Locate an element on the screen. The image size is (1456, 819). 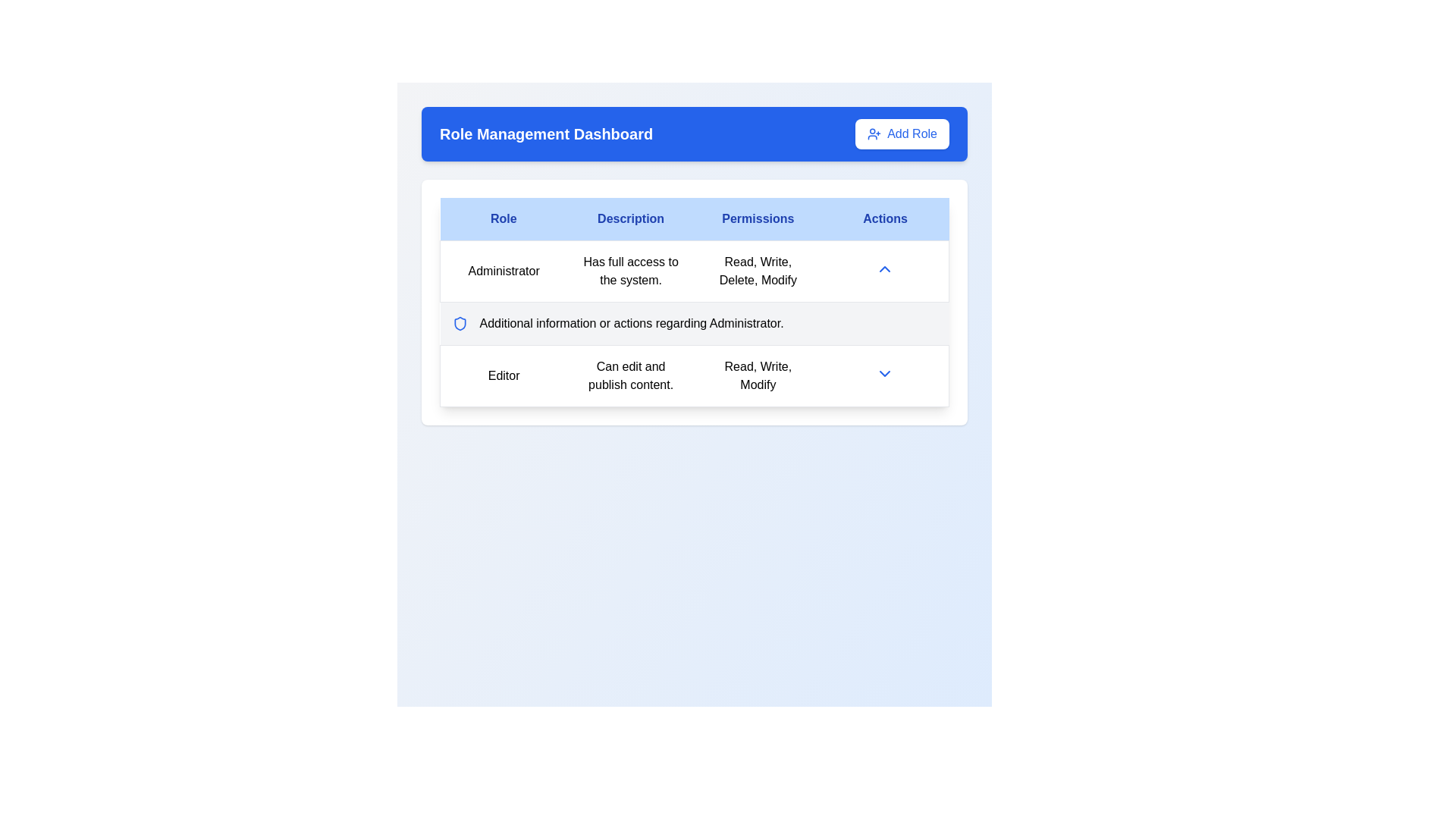
the List item row representing the user role 'Editor' by clicking on the dropdown menu in the 'Actions' column is located at coordinates (694, 375).